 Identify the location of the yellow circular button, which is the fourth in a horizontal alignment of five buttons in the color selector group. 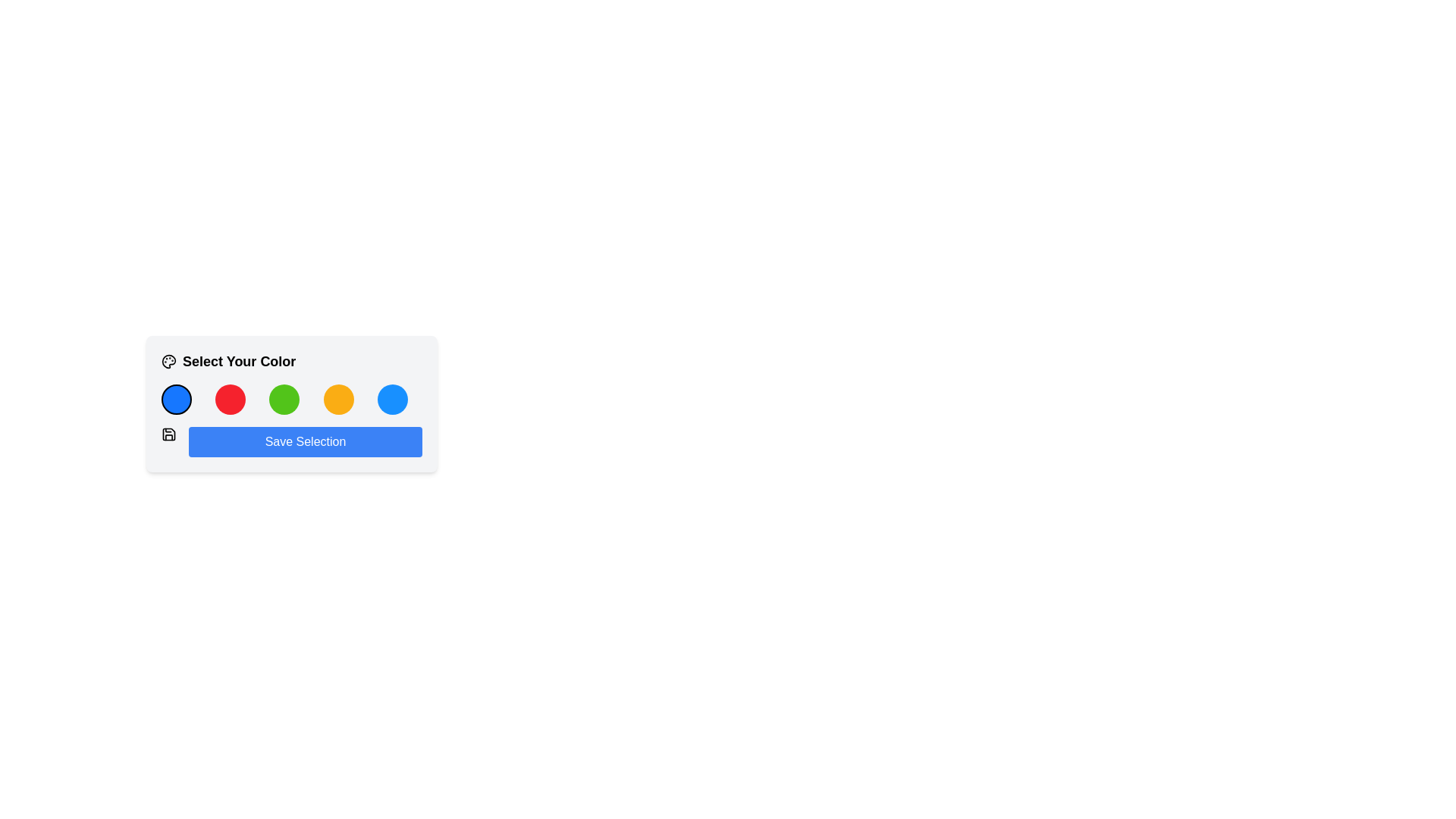
(337, 399).